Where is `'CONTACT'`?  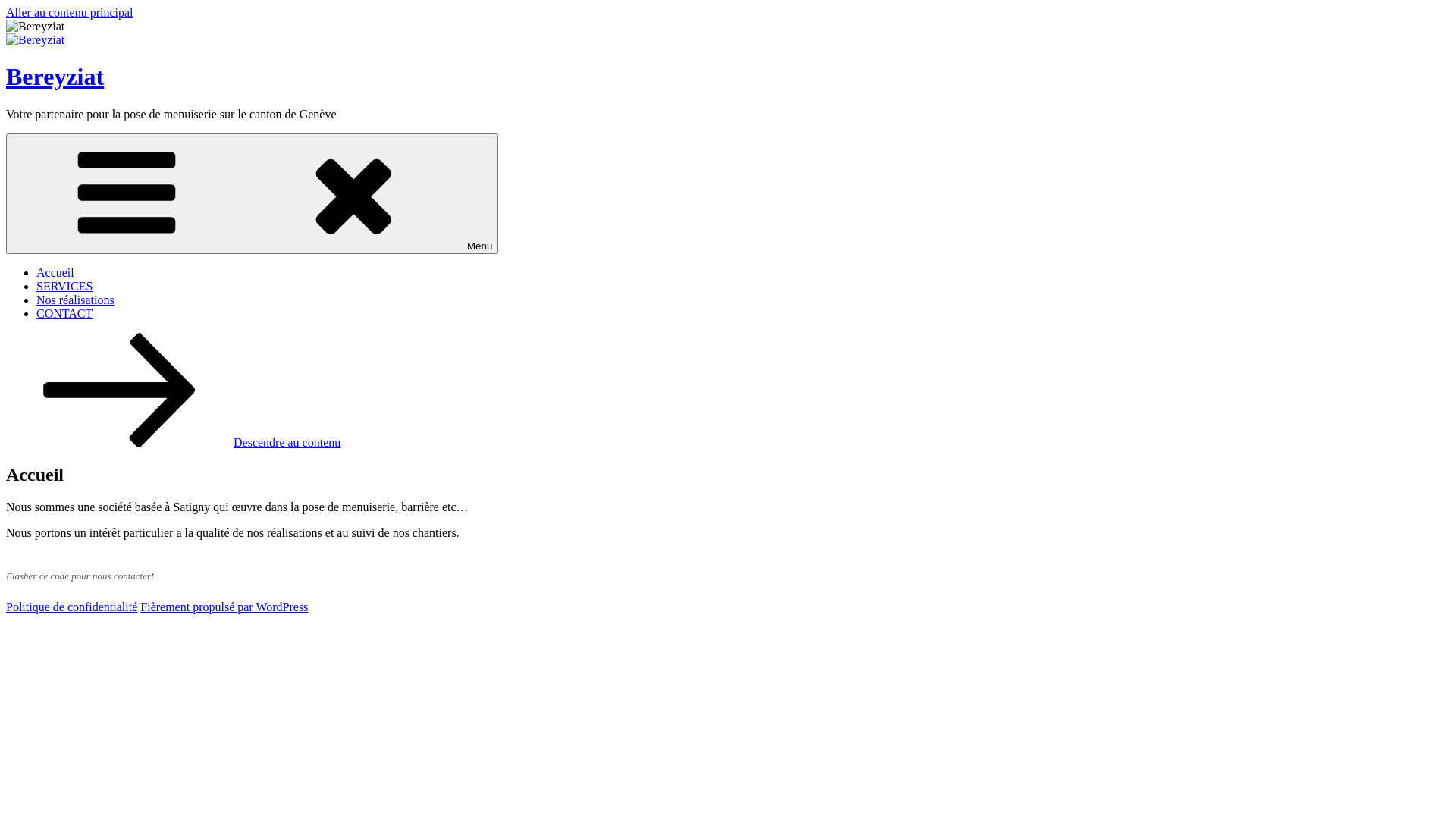
'CONTACT' is located at coordinates (64, 312).